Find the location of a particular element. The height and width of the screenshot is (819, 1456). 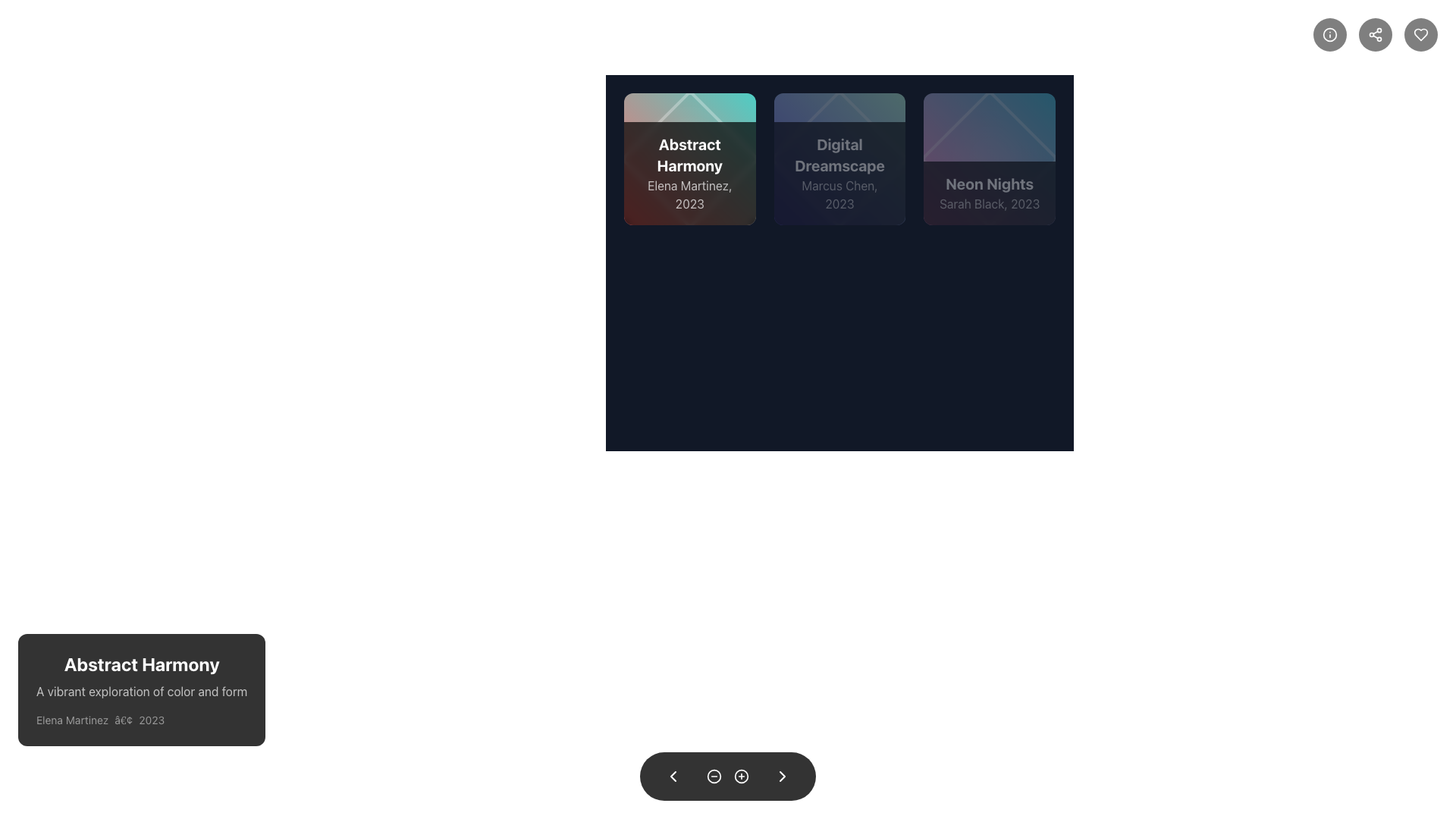

the circular button with a gray backdrop and a white heart icon at its center is located at coordinates (1420, 34).